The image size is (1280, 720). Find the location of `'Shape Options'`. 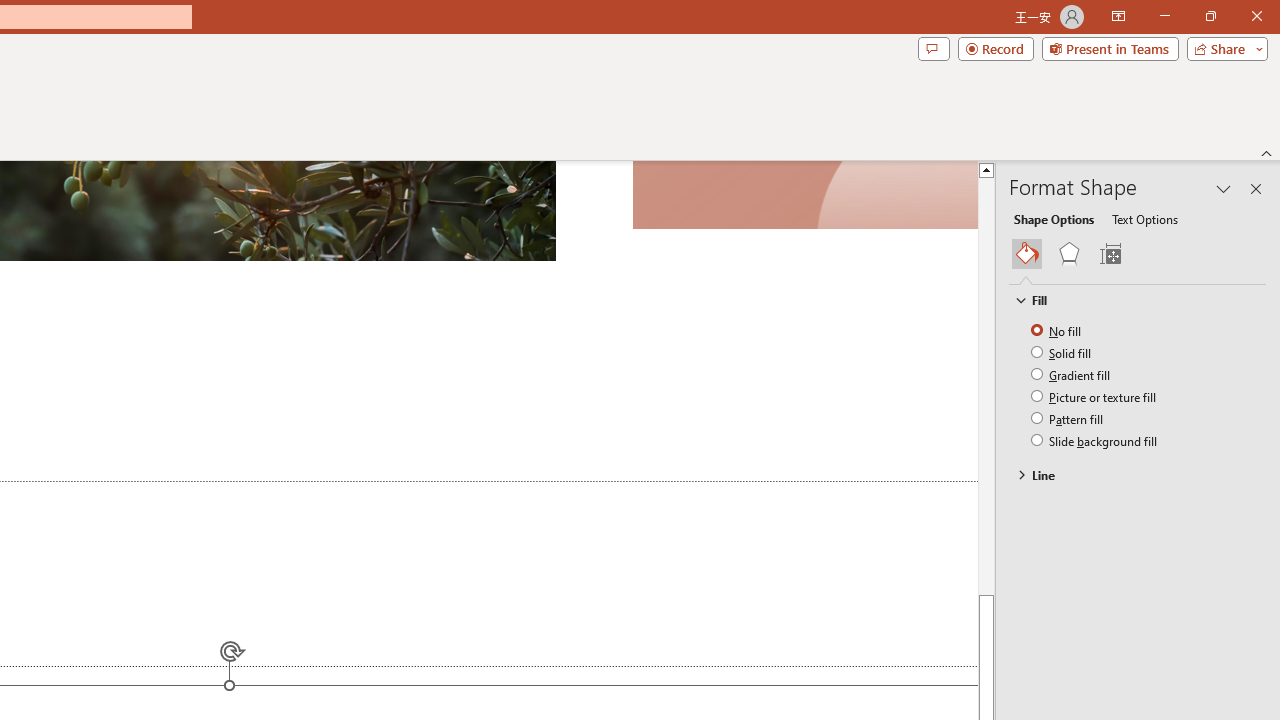

'Shape Options' is located at coordinates (1053, 218).